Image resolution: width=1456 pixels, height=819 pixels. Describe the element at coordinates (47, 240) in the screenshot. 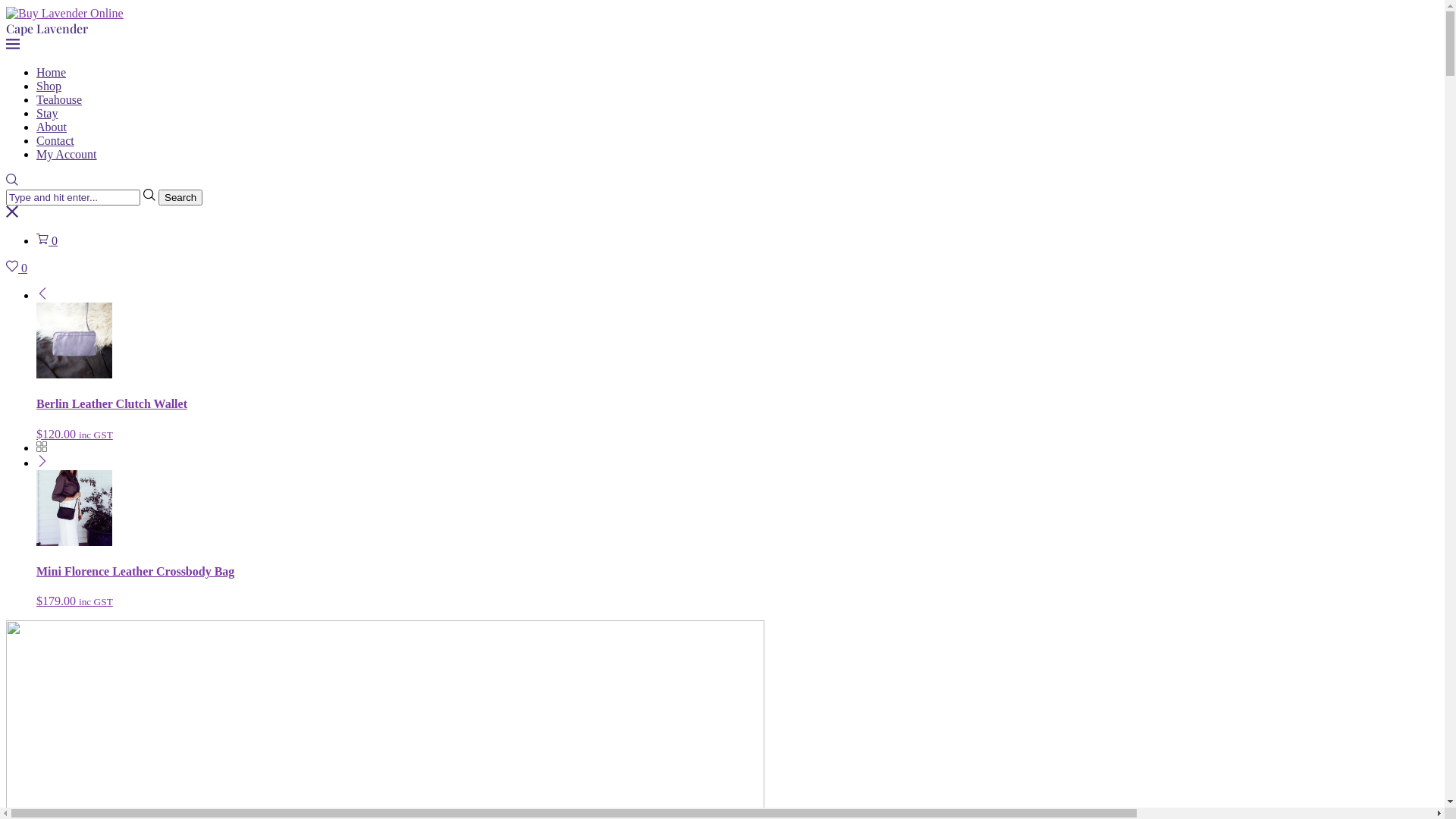

I see `'0'` at that location.